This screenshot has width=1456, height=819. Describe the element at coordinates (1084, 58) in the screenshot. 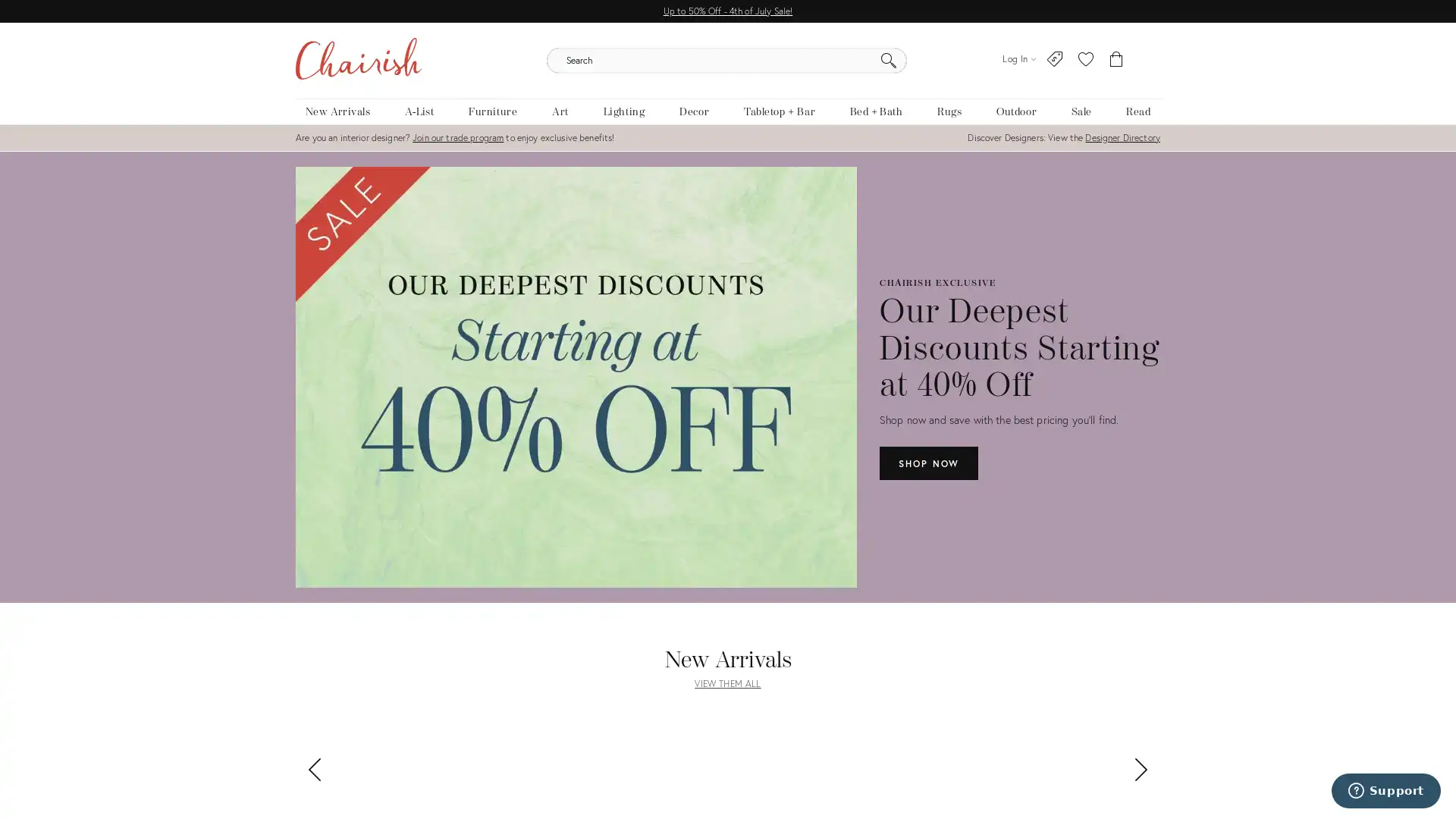

I see `My Favorites` at that location.